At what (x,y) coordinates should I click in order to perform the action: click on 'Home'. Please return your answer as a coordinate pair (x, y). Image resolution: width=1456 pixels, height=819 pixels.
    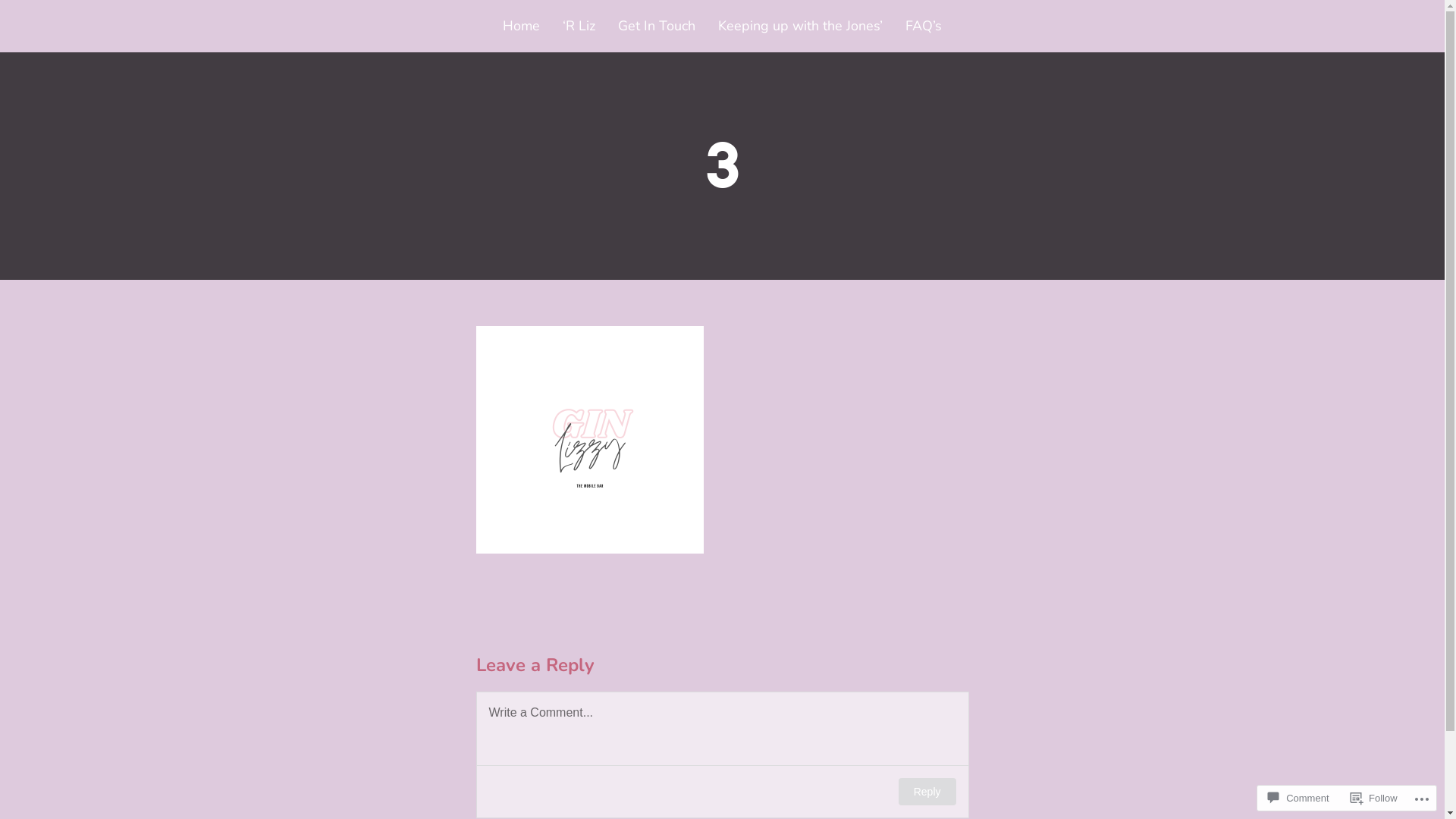
    Looking at the image, I should click on (502, 26).